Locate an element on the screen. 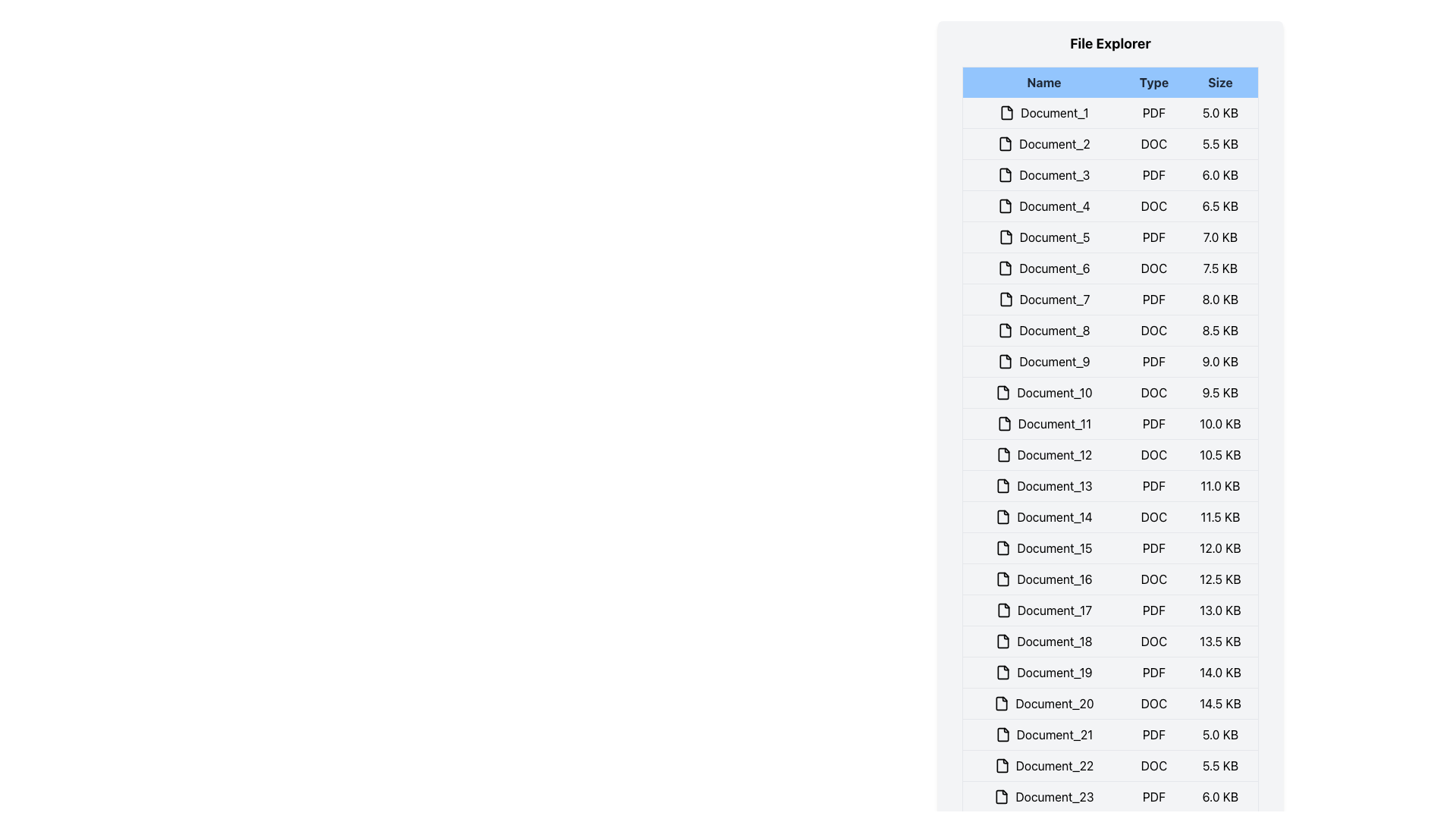  the table row containing 'Document_9' by clicking on it is located at coordinates (1110, 362).